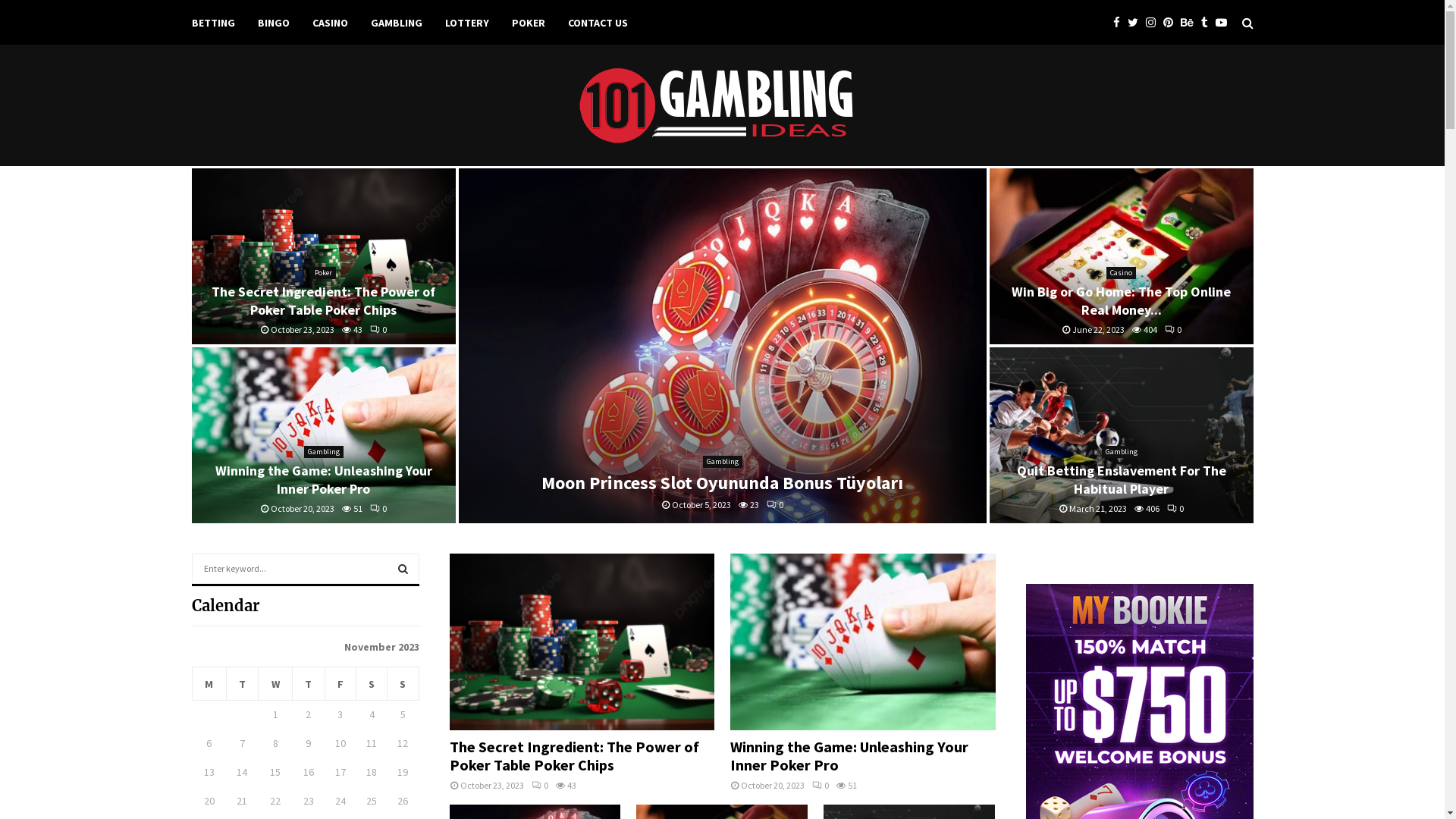 The image size is (1456, 819). What do you see at coordinates (322, 271) in the screenshot?
I see `'Poker'` at bounding box center [322, 271].